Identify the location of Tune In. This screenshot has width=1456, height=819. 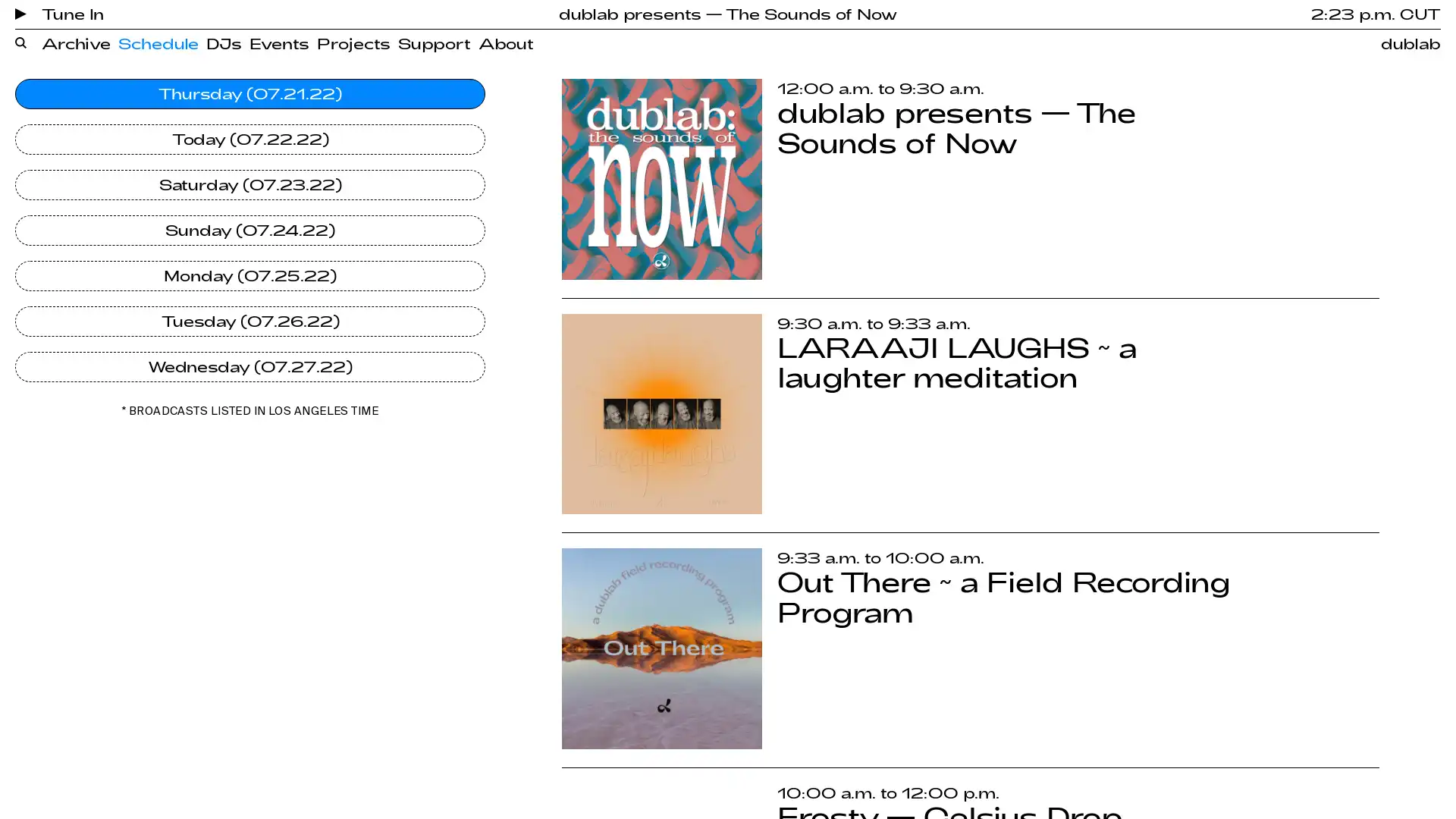
(59, 14).